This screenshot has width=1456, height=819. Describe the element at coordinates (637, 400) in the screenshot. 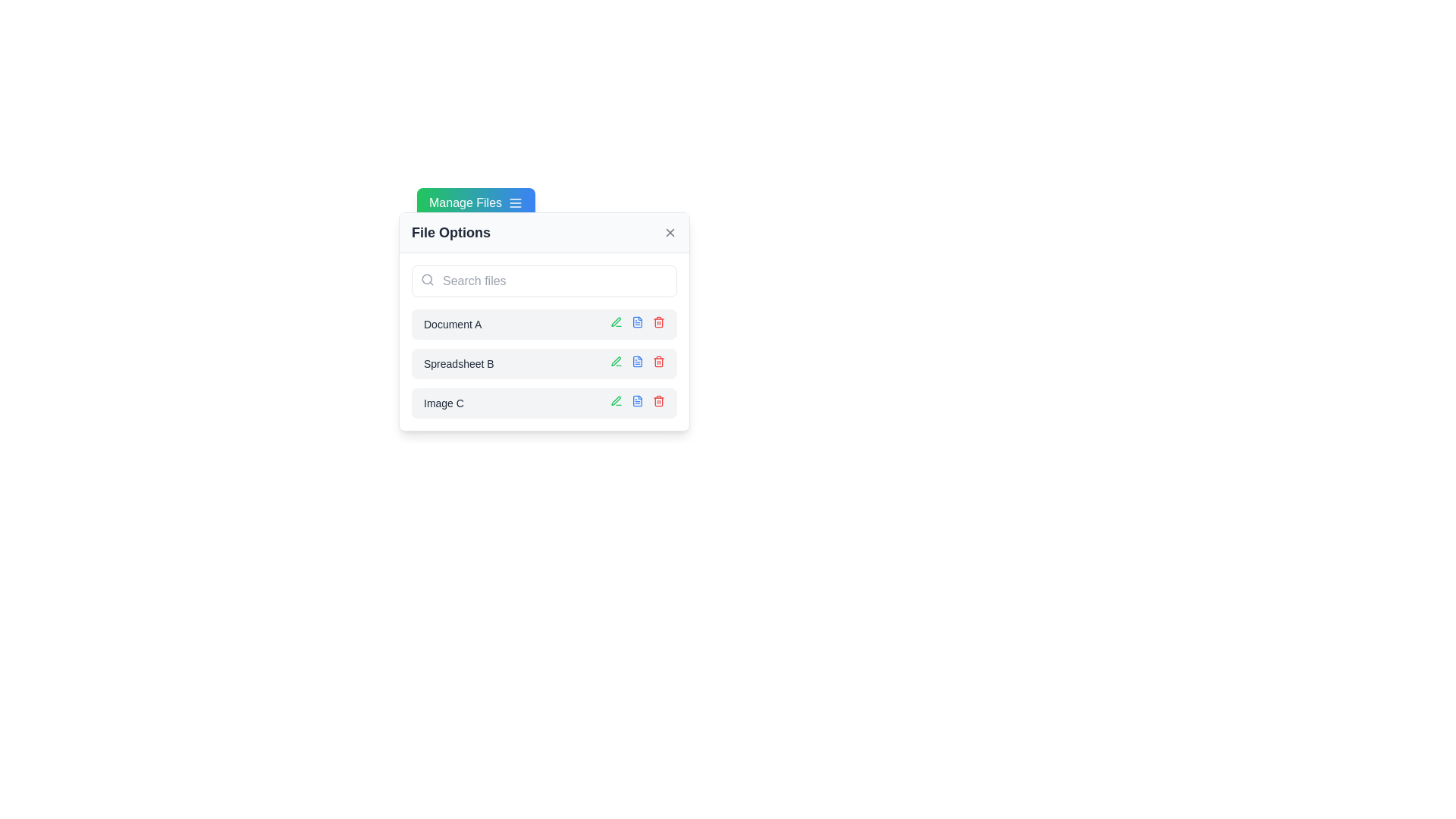

I see `the vector icon component that visually represents a document in the user interface, located at the center of the icon` at that location.